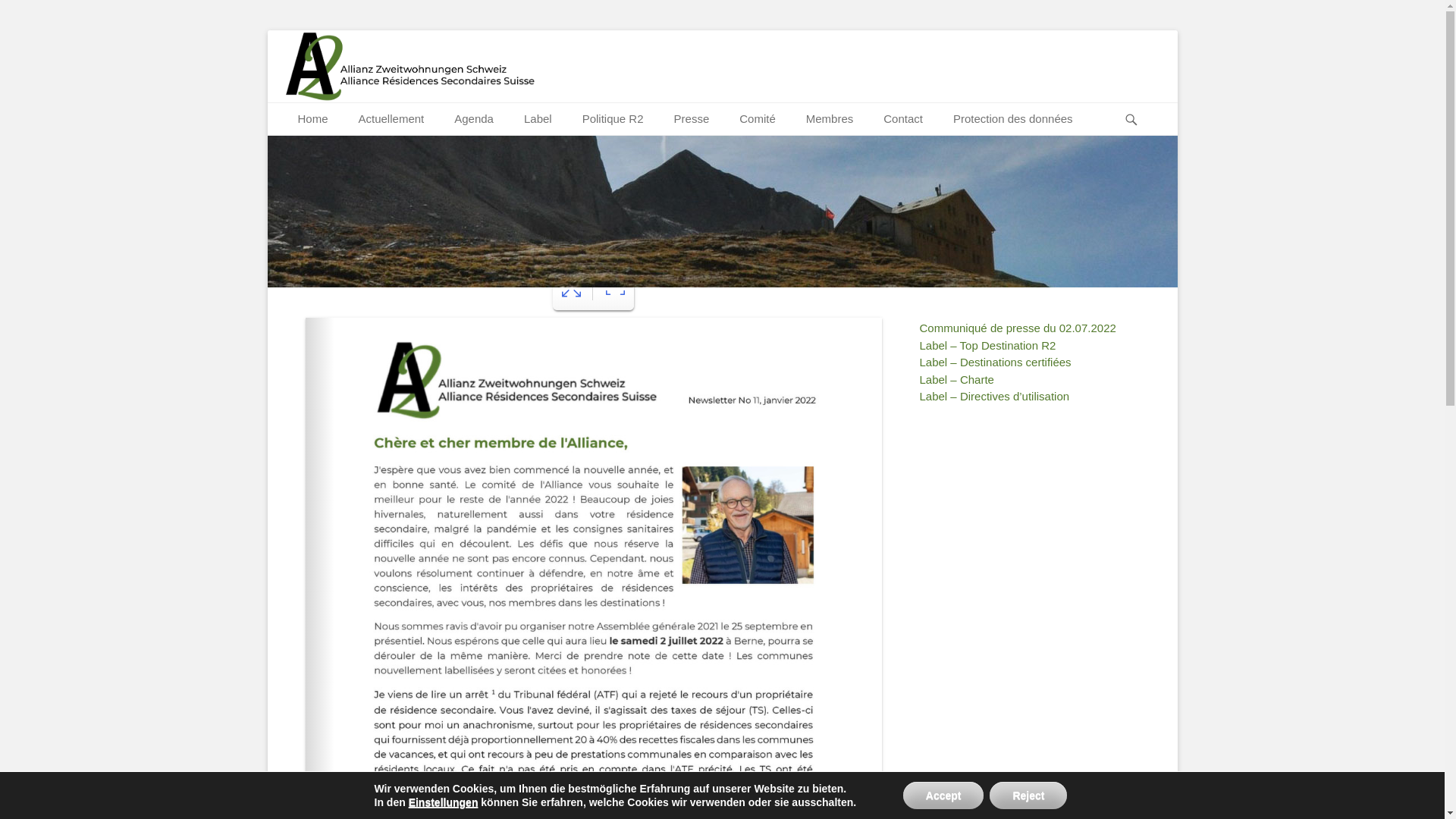 The height and width of the screenshot is (819, 1456). I want to click on 'Label', so click(538, 118).